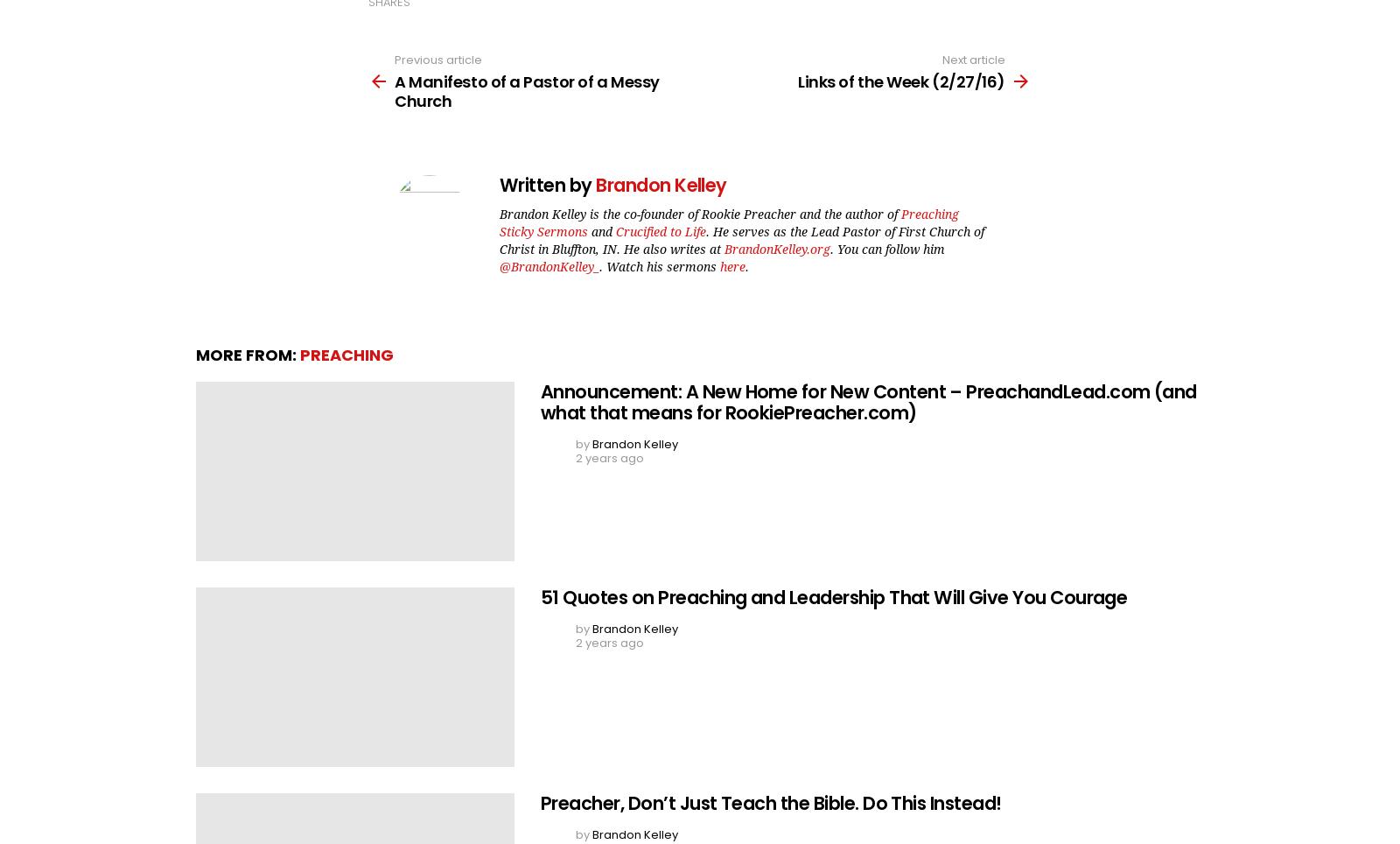  Describe the element at coordinates (547, 185) in the screenshot. I see `'Written by'` at that location.